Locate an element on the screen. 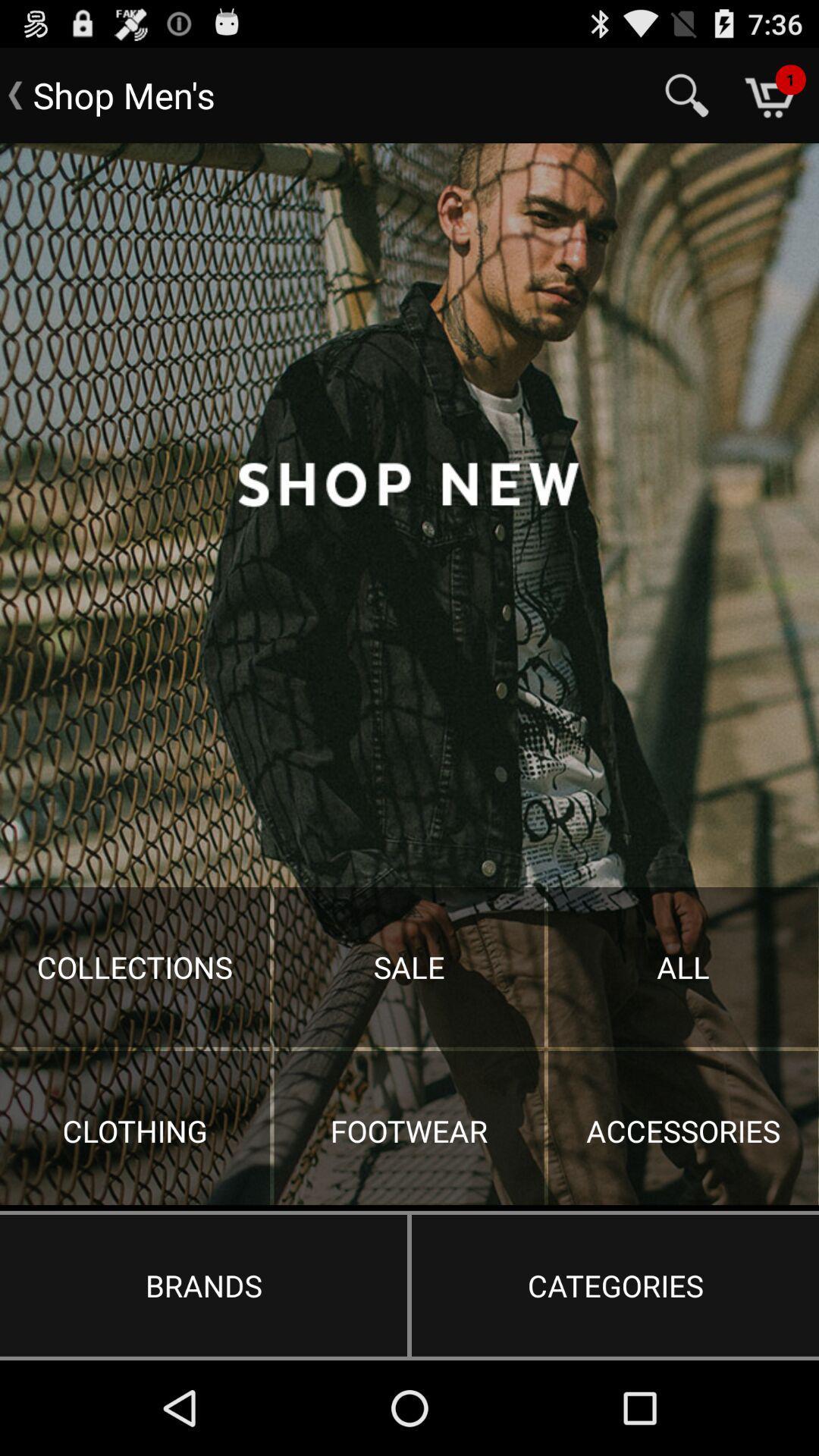 This screenshot has width=819, height=1456. the item to the right of shop men's app is located at coordinates (687, 94).